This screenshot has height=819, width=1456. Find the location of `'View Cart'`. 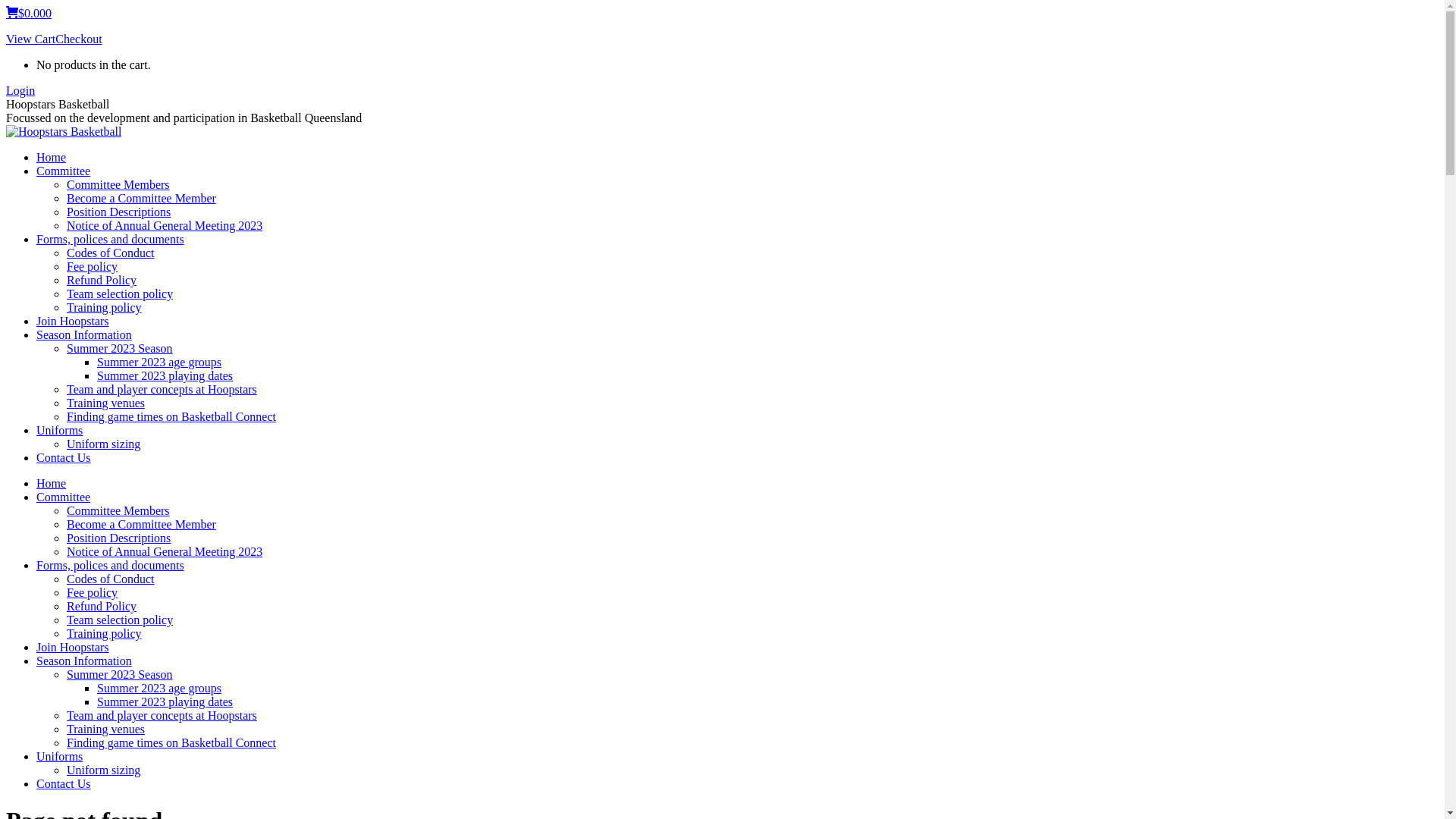

'View Cart' is located at coordinates (30, 38).